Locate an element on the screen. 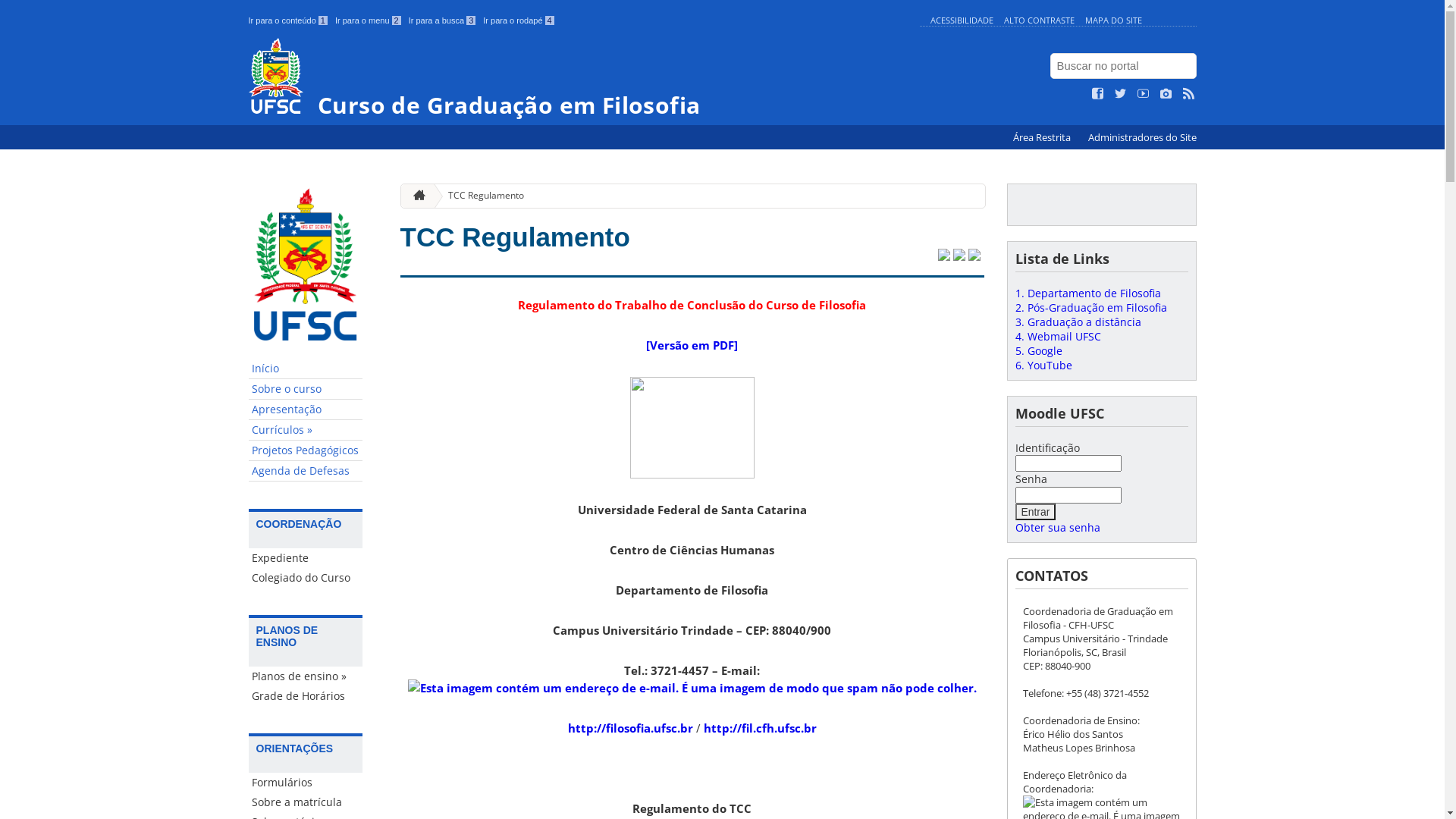 This screenshot has width=1456, height=819. 'ACESSIBILIDADE' is located at coordinates (960, 20).